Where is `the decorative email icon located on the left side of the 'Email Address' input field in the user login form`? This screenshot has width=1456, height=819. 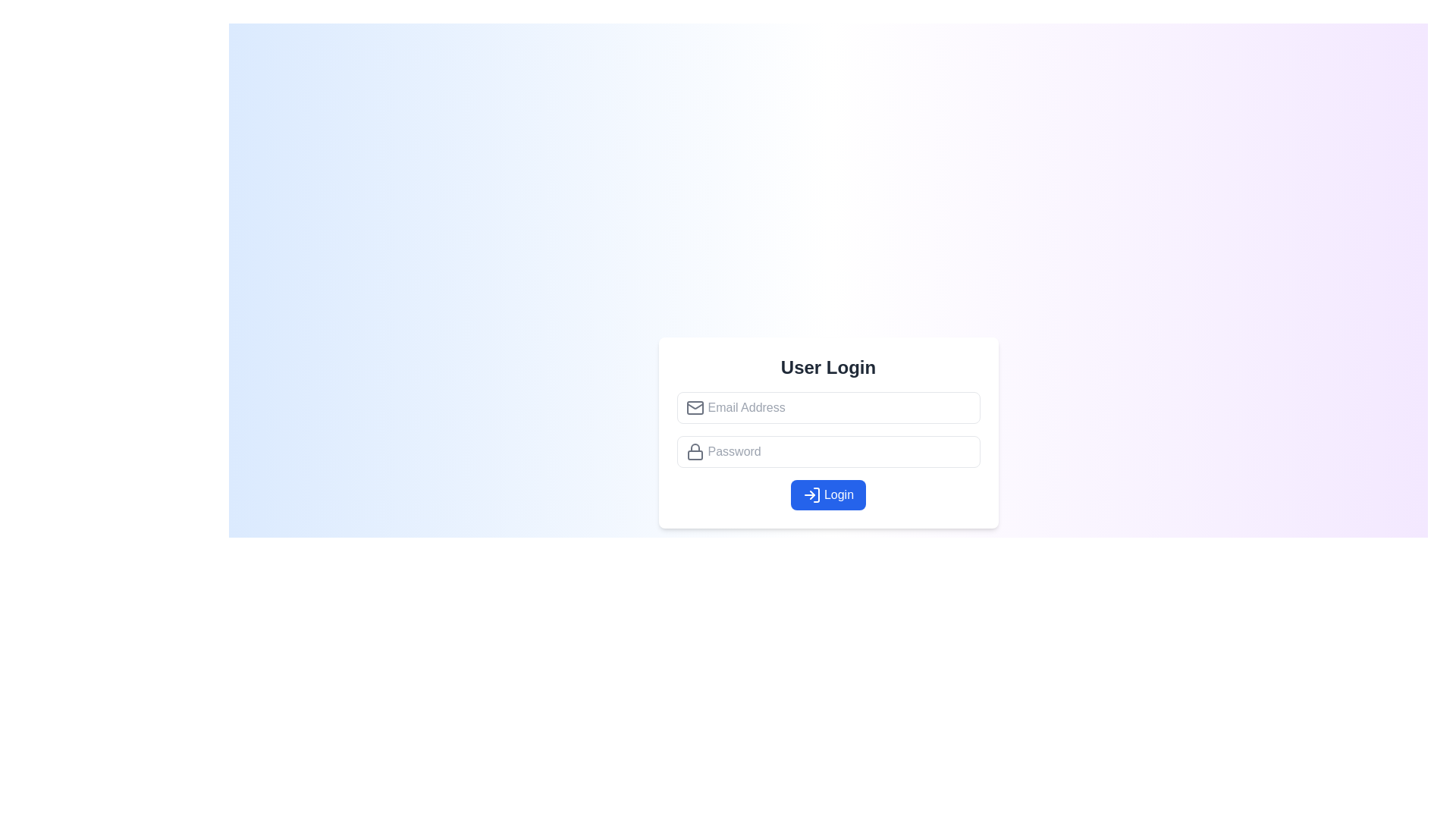
the decorative email icon located on the left side of the 'Email Address' input field in the user login form is located at coordinates (694, 406).